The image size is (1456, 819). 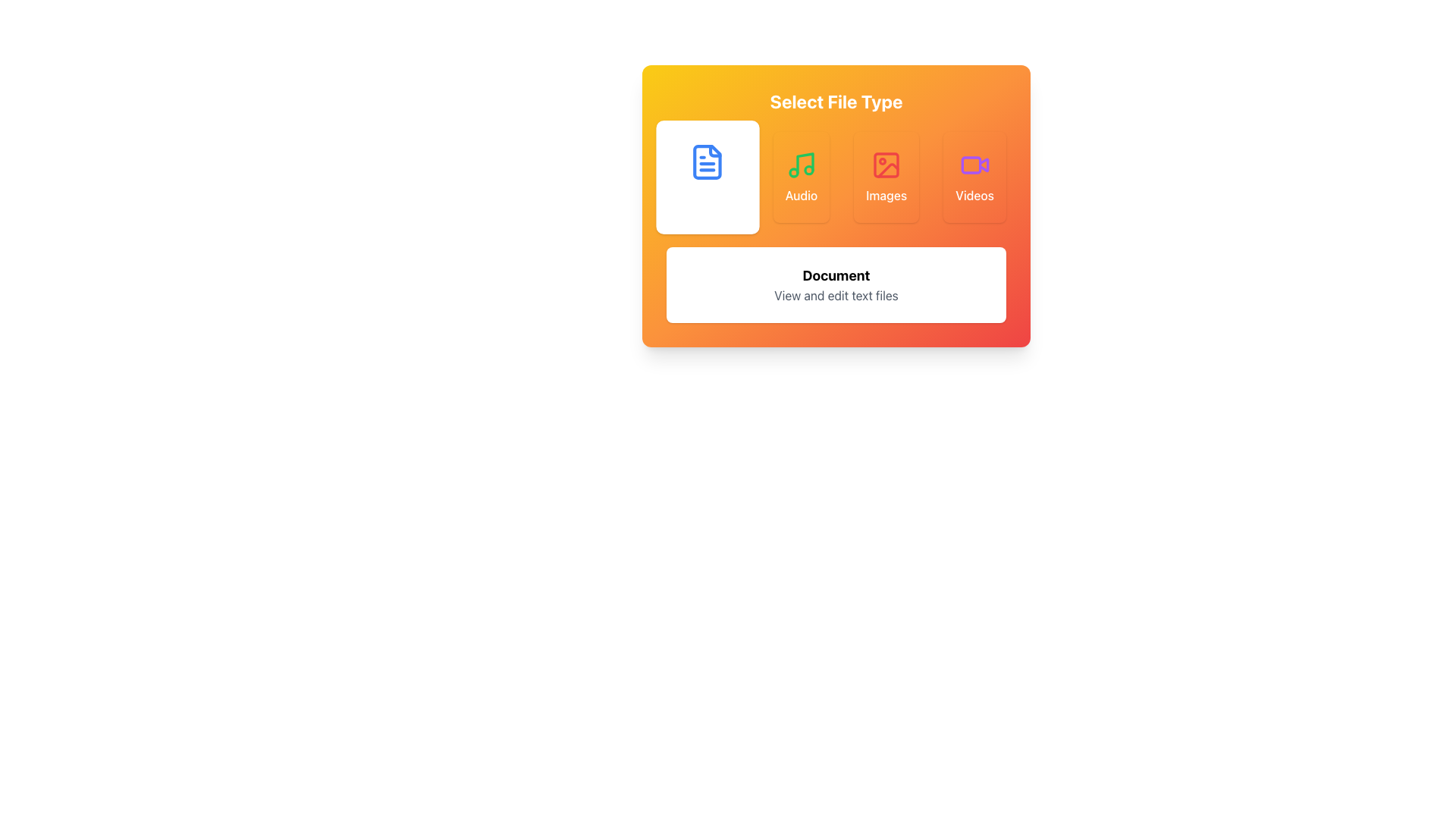 I want to click on the small graphical component symbolizing the folded top-right corner of a document, which is styled with blue and white within the document icon at the top-left of the interface, so click(x=714, y=151).